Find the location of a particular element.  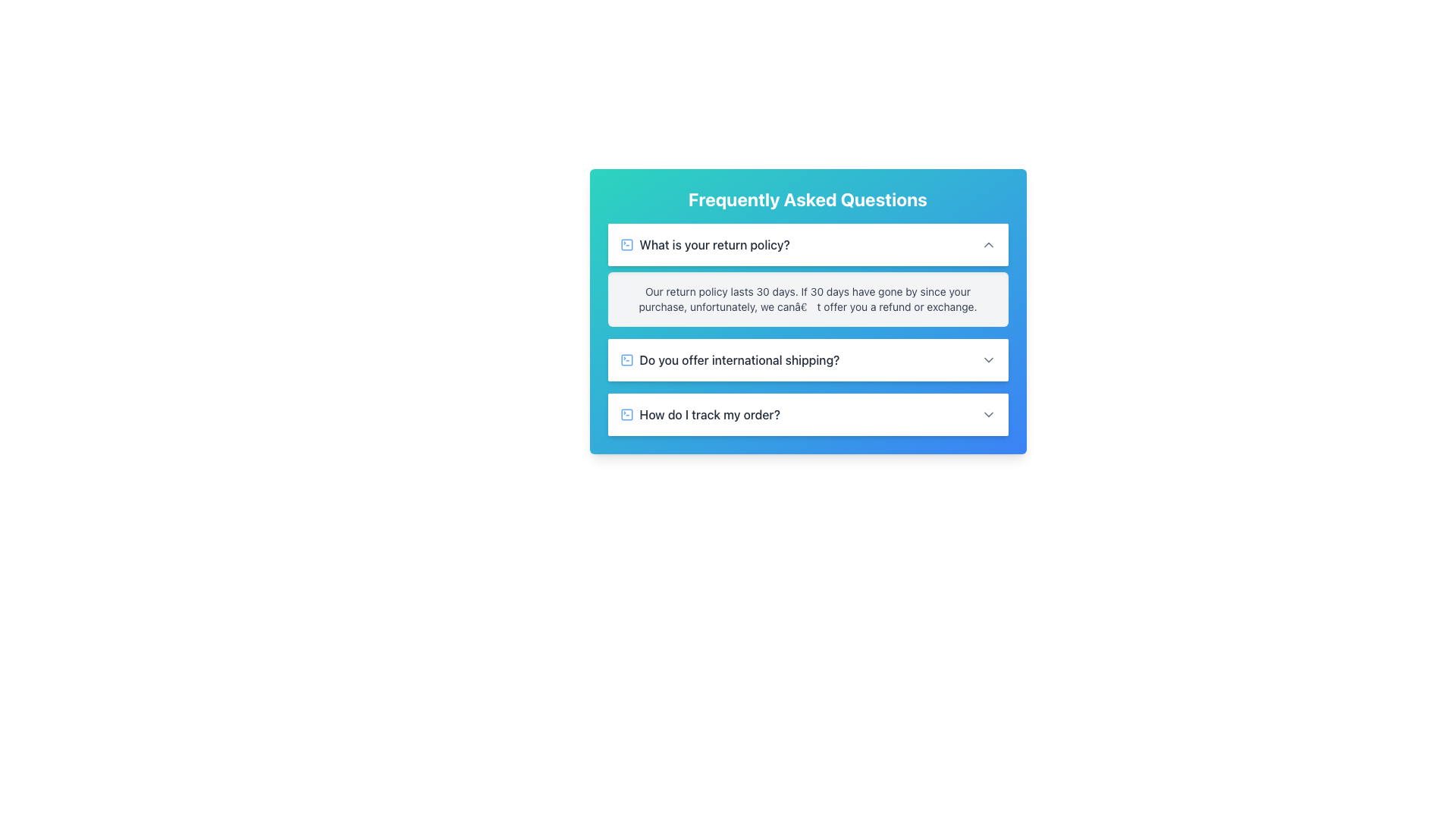

the Static Text Block that outlines the return period and conditions for refunds or exchanges, located under the FAQ question 'What is your return policy?' is located at coordinates (807, 299).